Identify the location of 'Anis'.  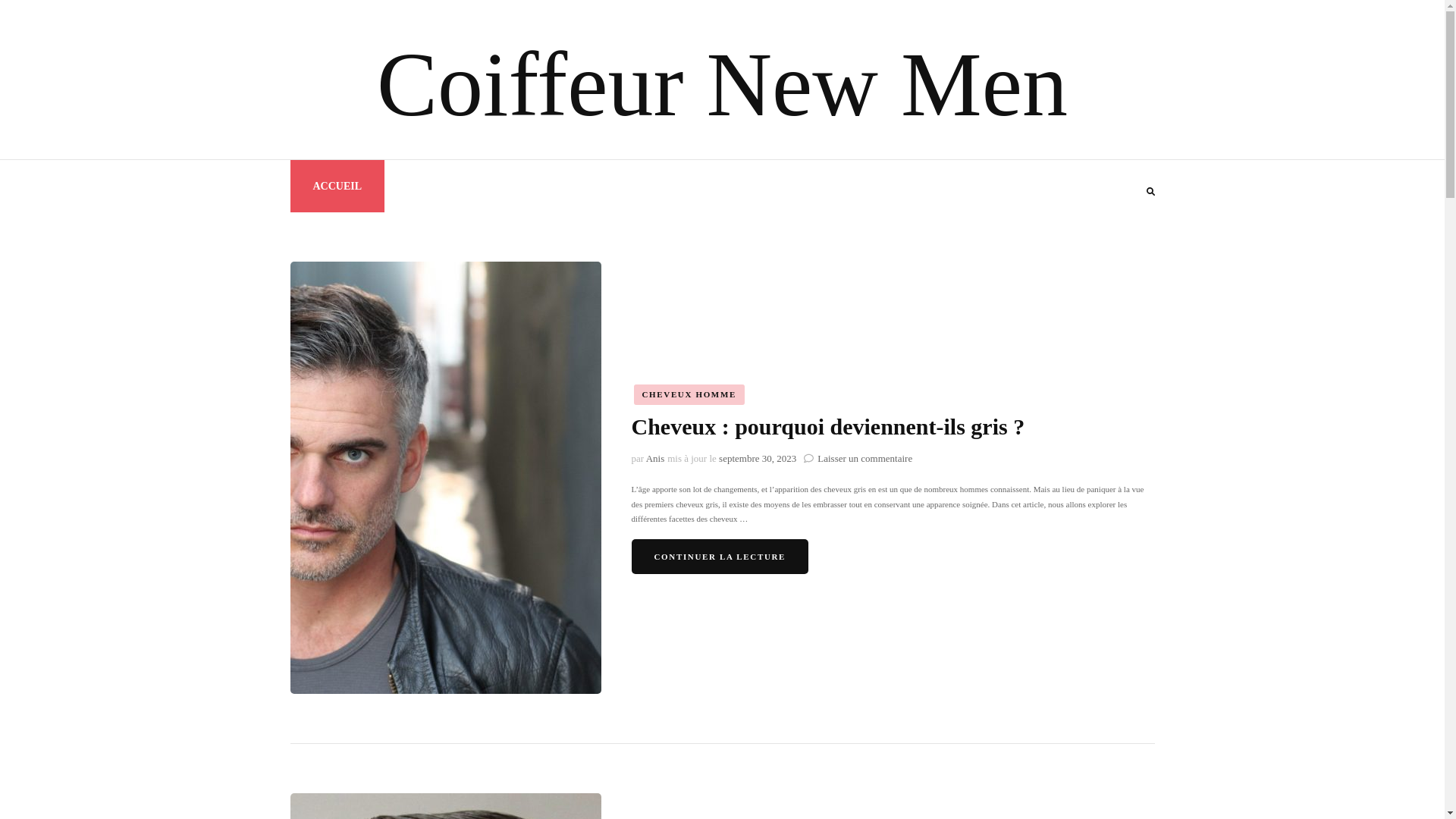
(645, 457).